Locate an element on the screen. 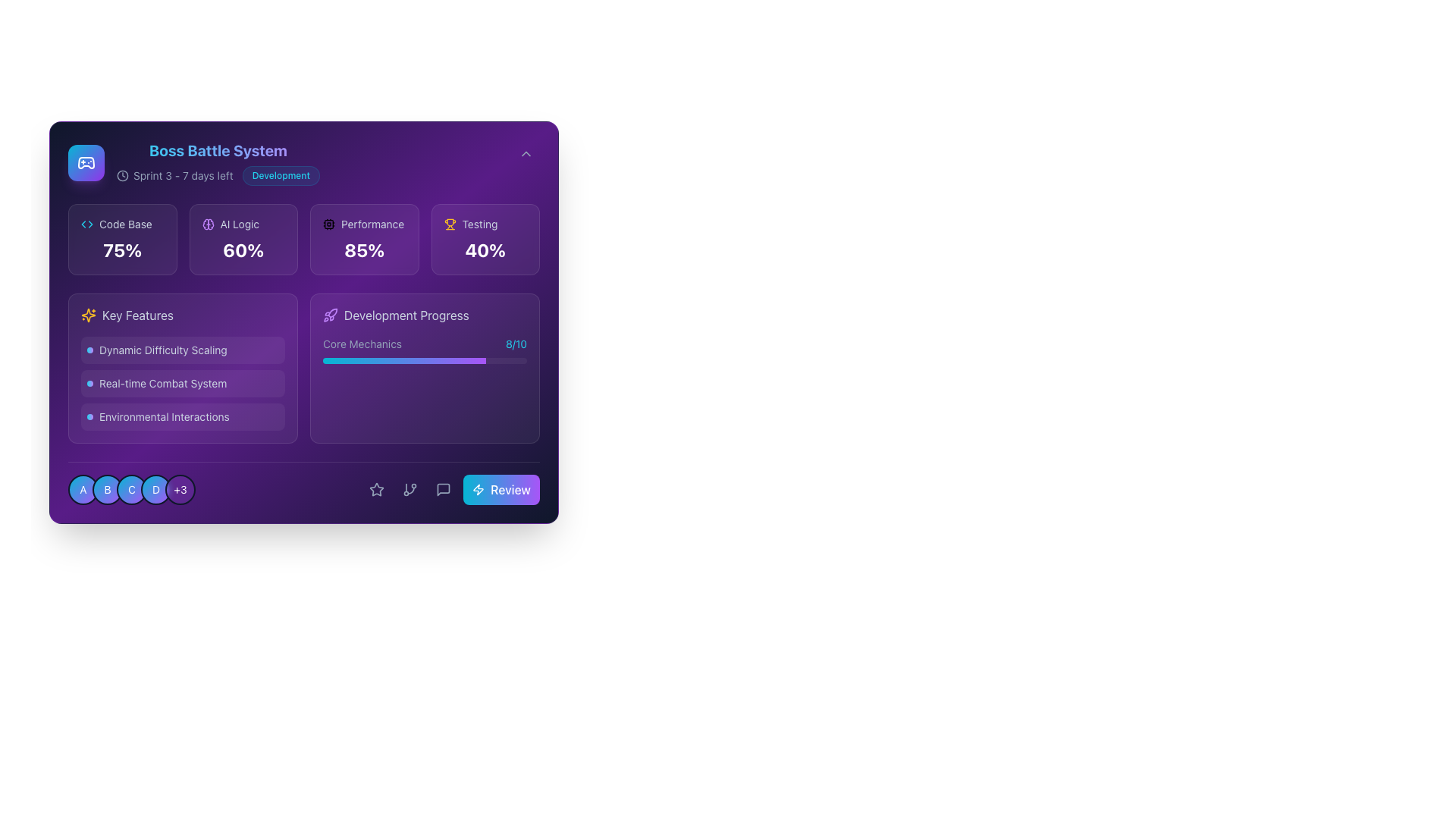  the informational display element labeled 'Testing' with an accompanying trophy icon, located in the top-right corner of the interface is located at coordinates (485, 224).